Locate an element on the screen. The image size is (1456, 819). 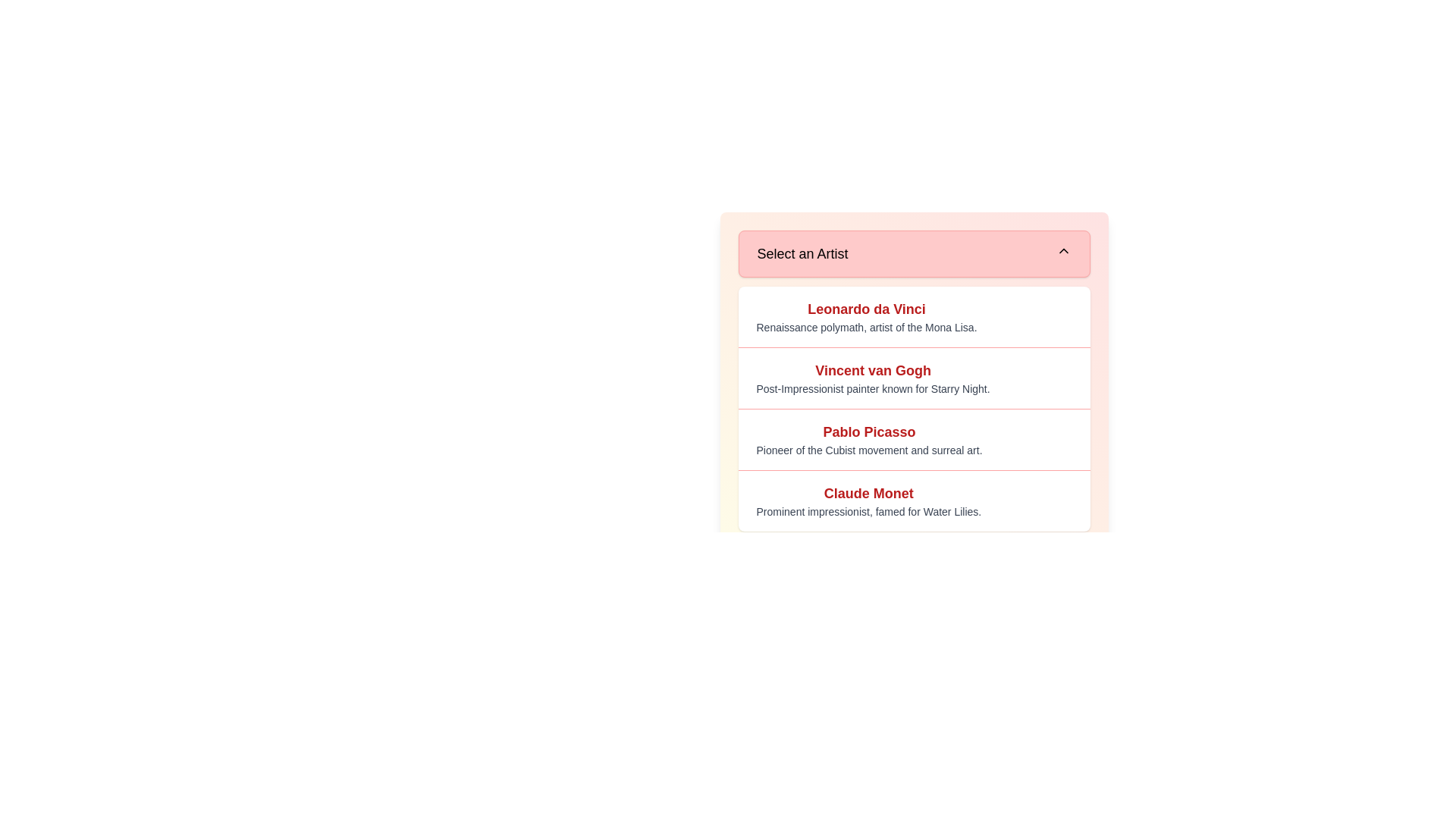
the text display element that shows the name 'Pablo Picasso' is located at coordinates (869, 432).